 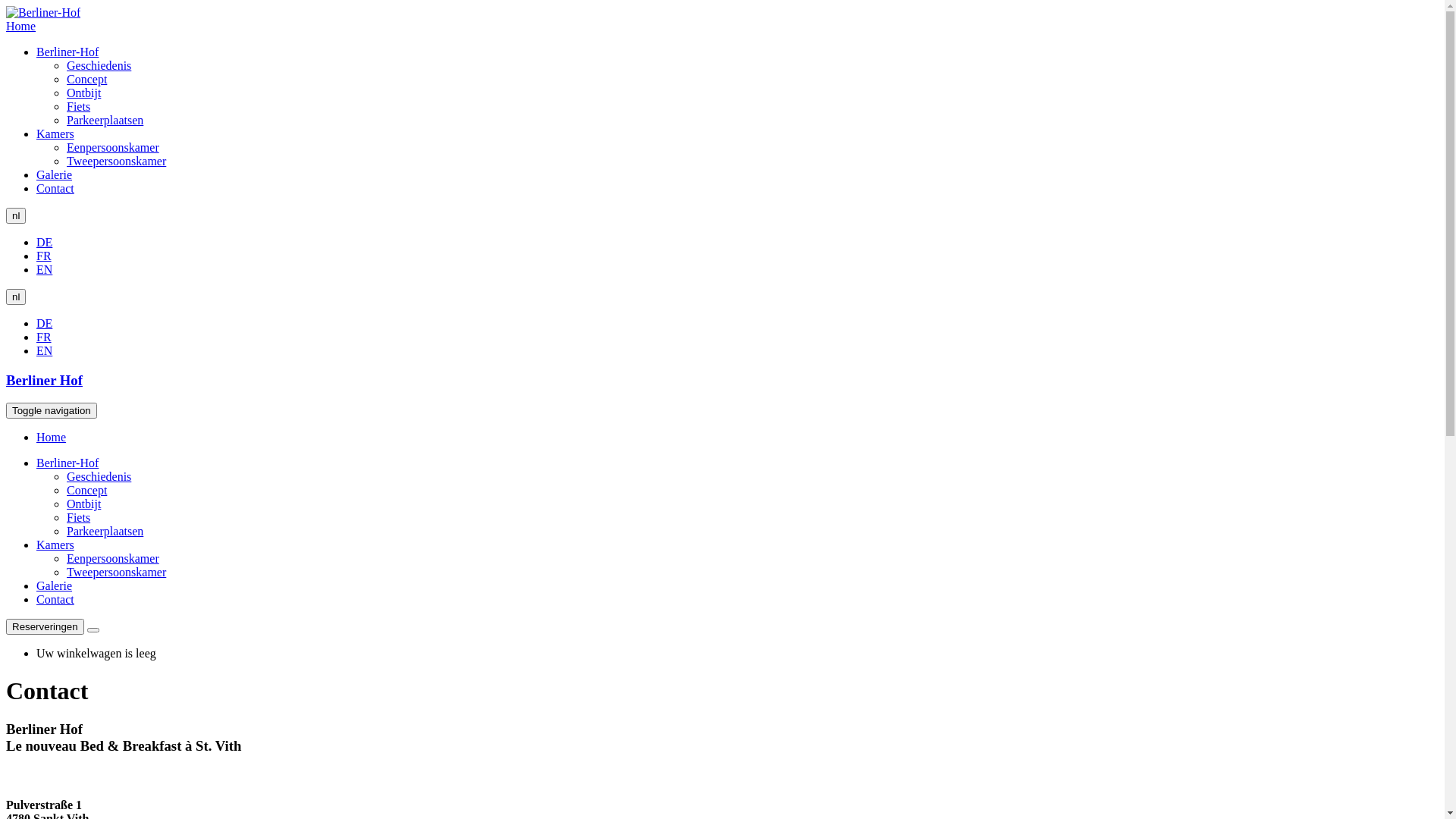 I want to click on 'Home', so click(x=51, y=437).